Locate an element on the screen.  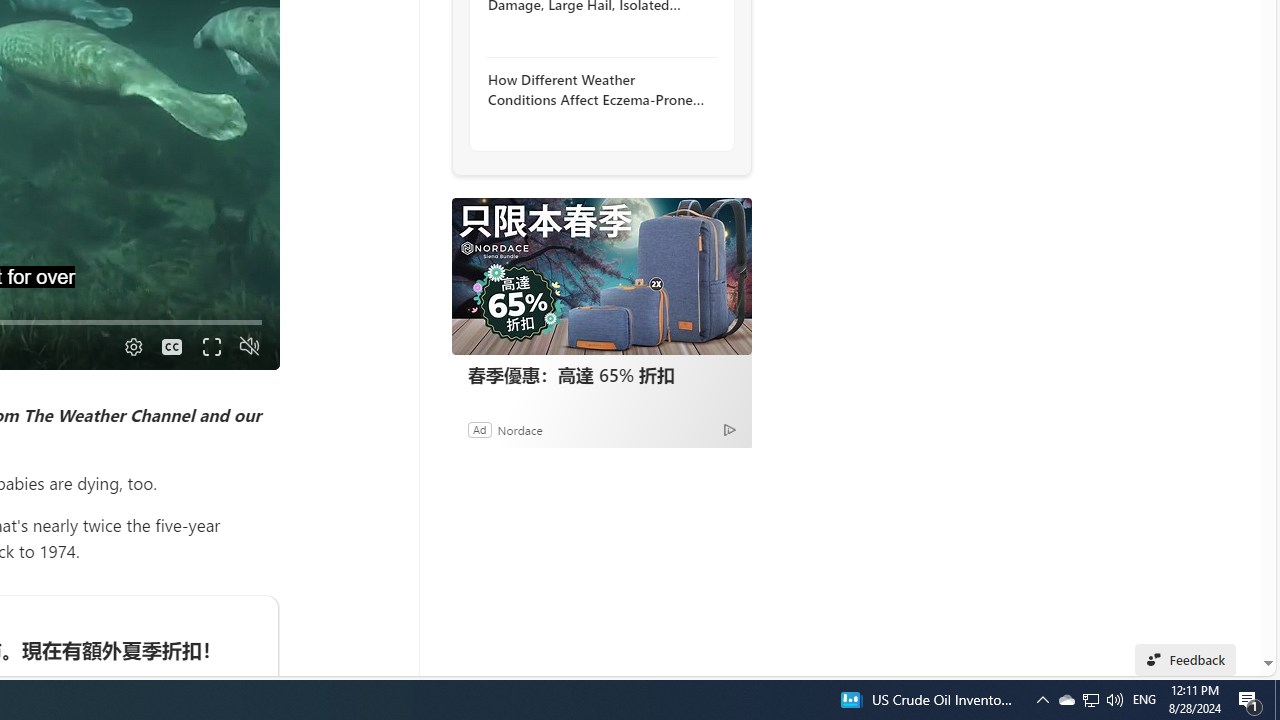
'Unmute' is located at coordinates (248, 346).